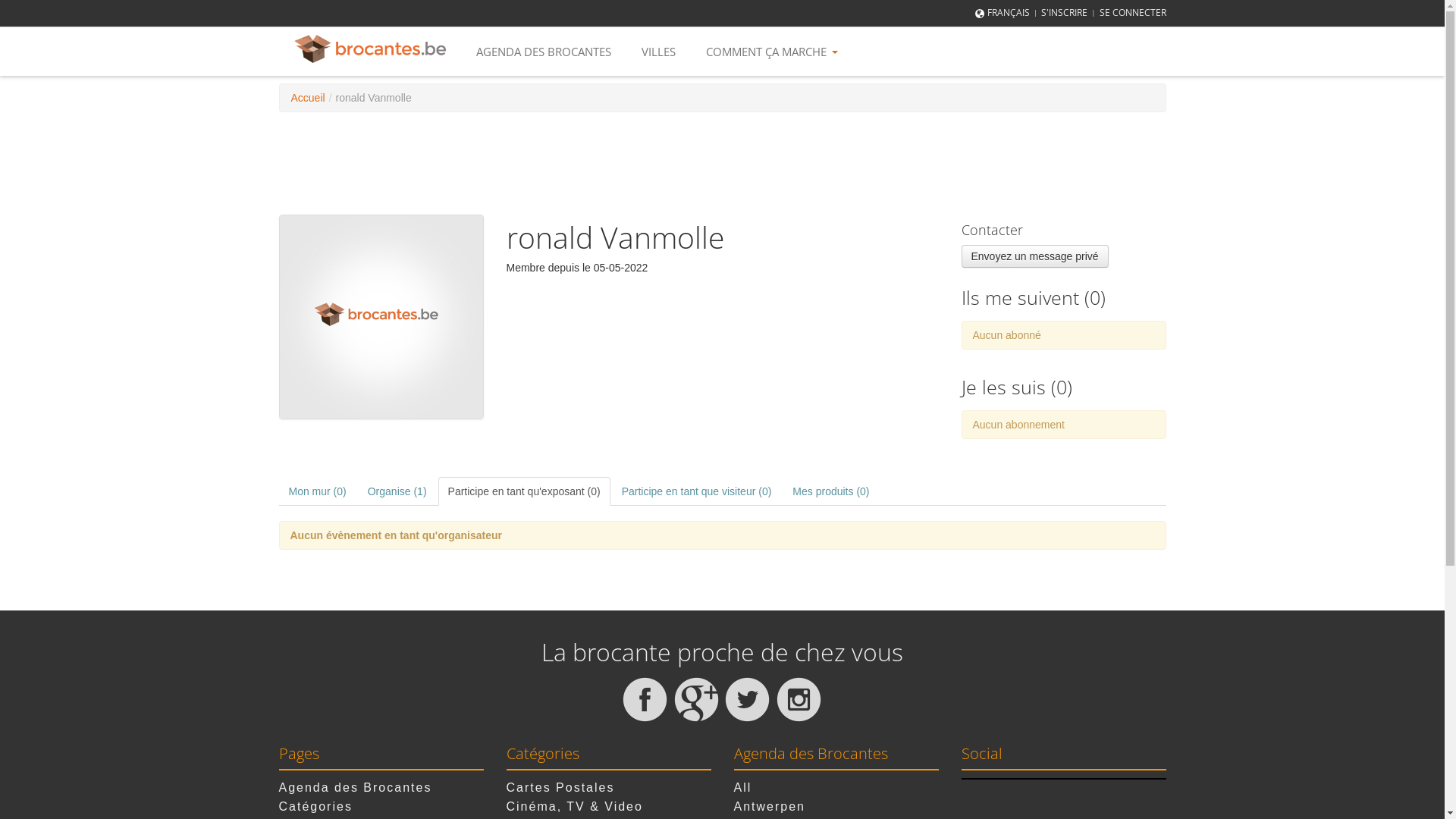 Image resolution: width=1456 pixels, height=819 pixels. I want to click on 'VILLES', so click(658, 51).